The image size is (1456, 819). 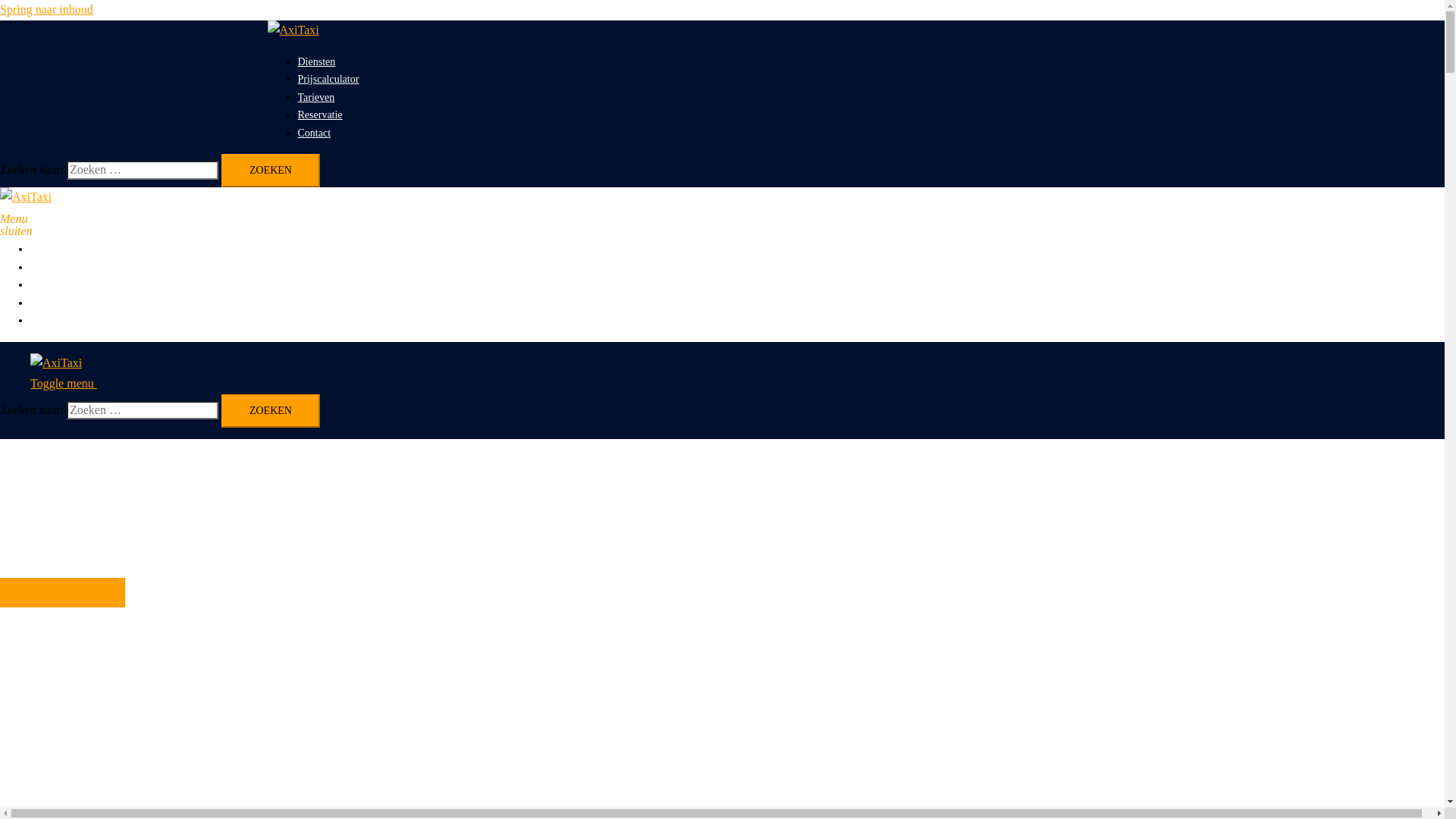 What do you see at coordinates (52, 303) in the screenshot?
I see `'Reservatie'` at bounding box center [52, 303].